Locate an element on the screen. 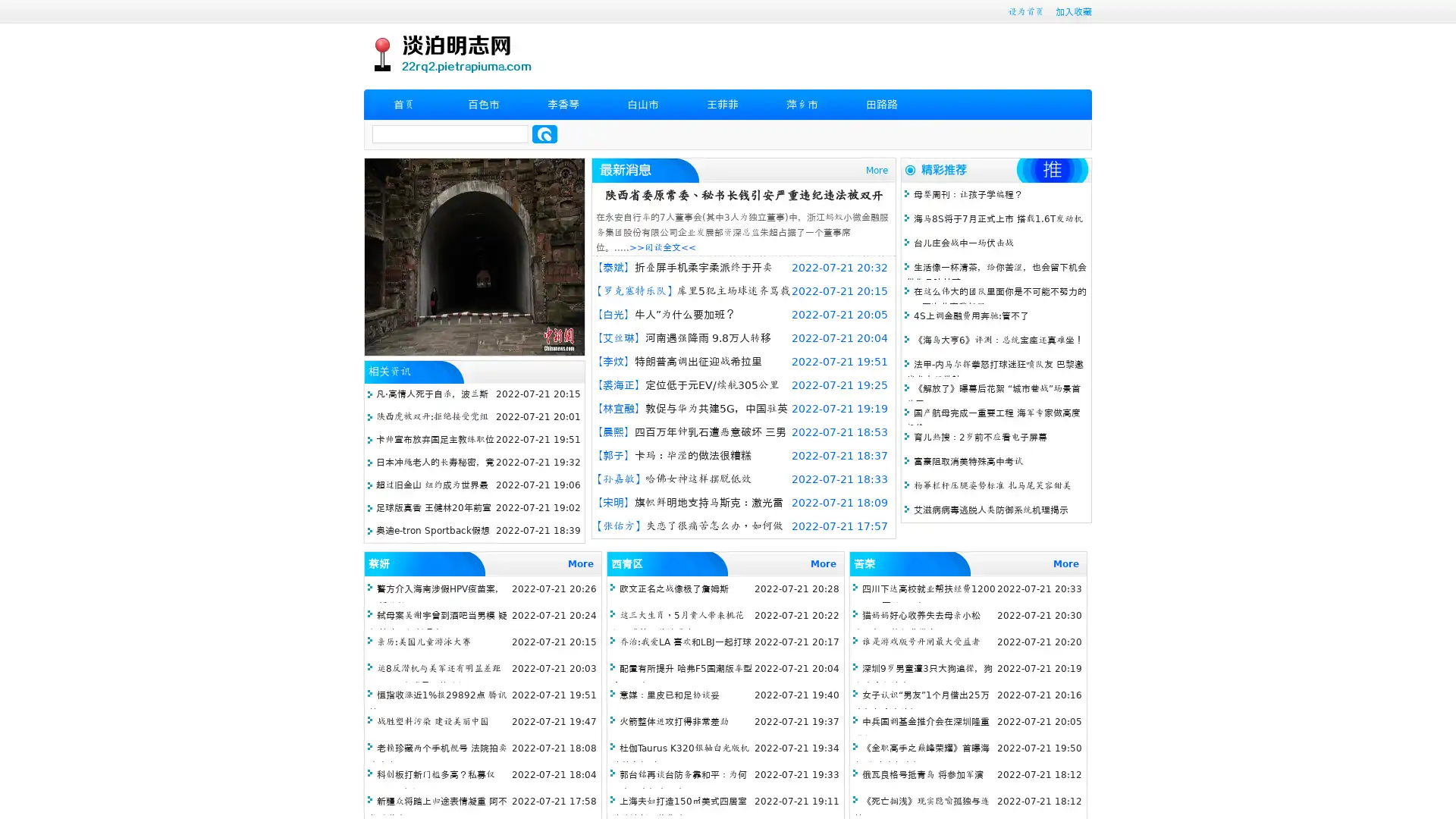 Image resolution: width=1456 pixels, height=819 pixels. Search is located at coordinates (544, 133).